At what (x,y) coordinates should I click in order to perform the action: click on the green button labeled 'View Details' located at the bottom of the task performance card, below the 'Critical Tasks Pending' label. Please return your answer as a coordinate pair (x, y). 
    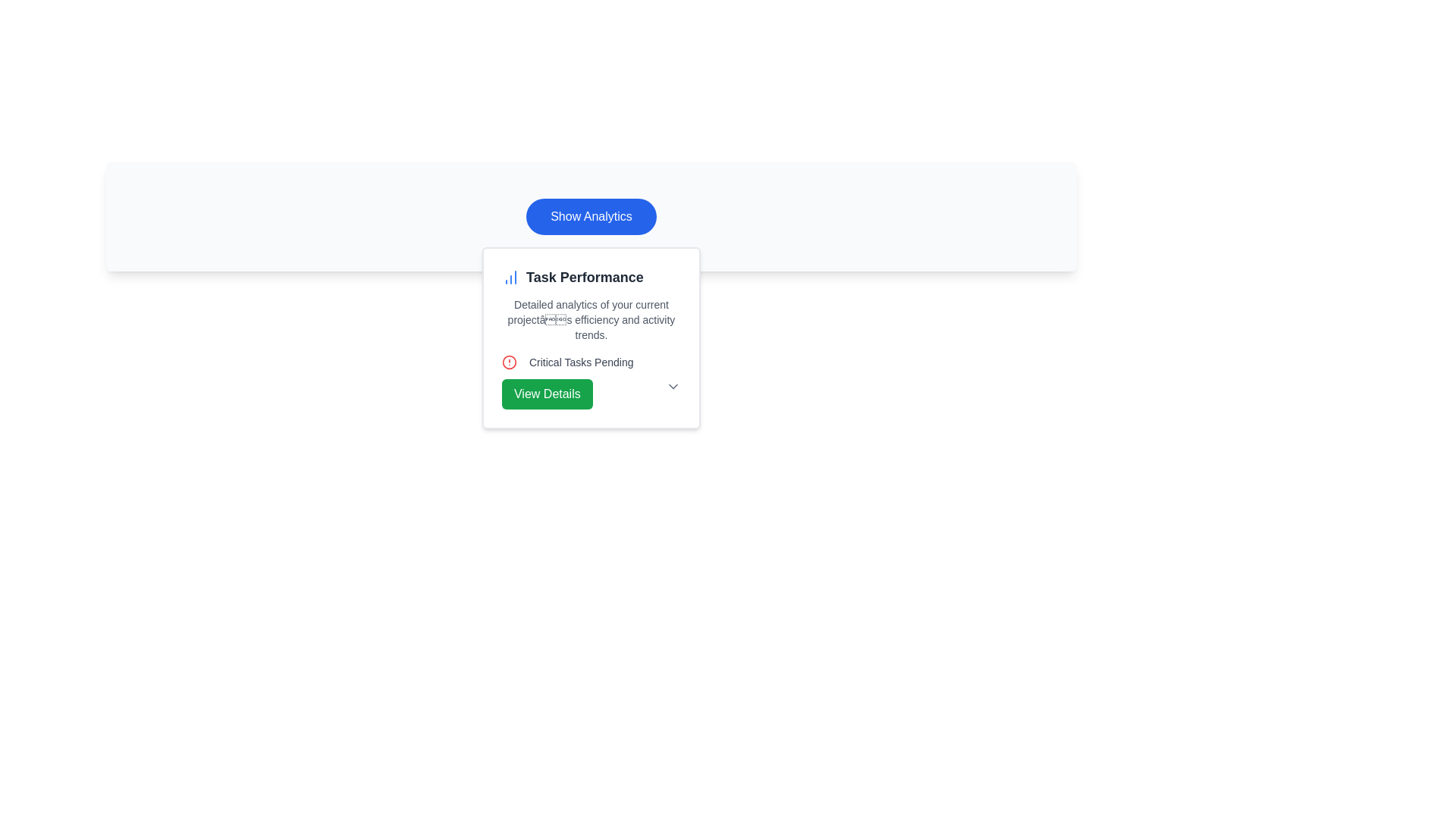
    Looking at the image, I should click on (590, 394).